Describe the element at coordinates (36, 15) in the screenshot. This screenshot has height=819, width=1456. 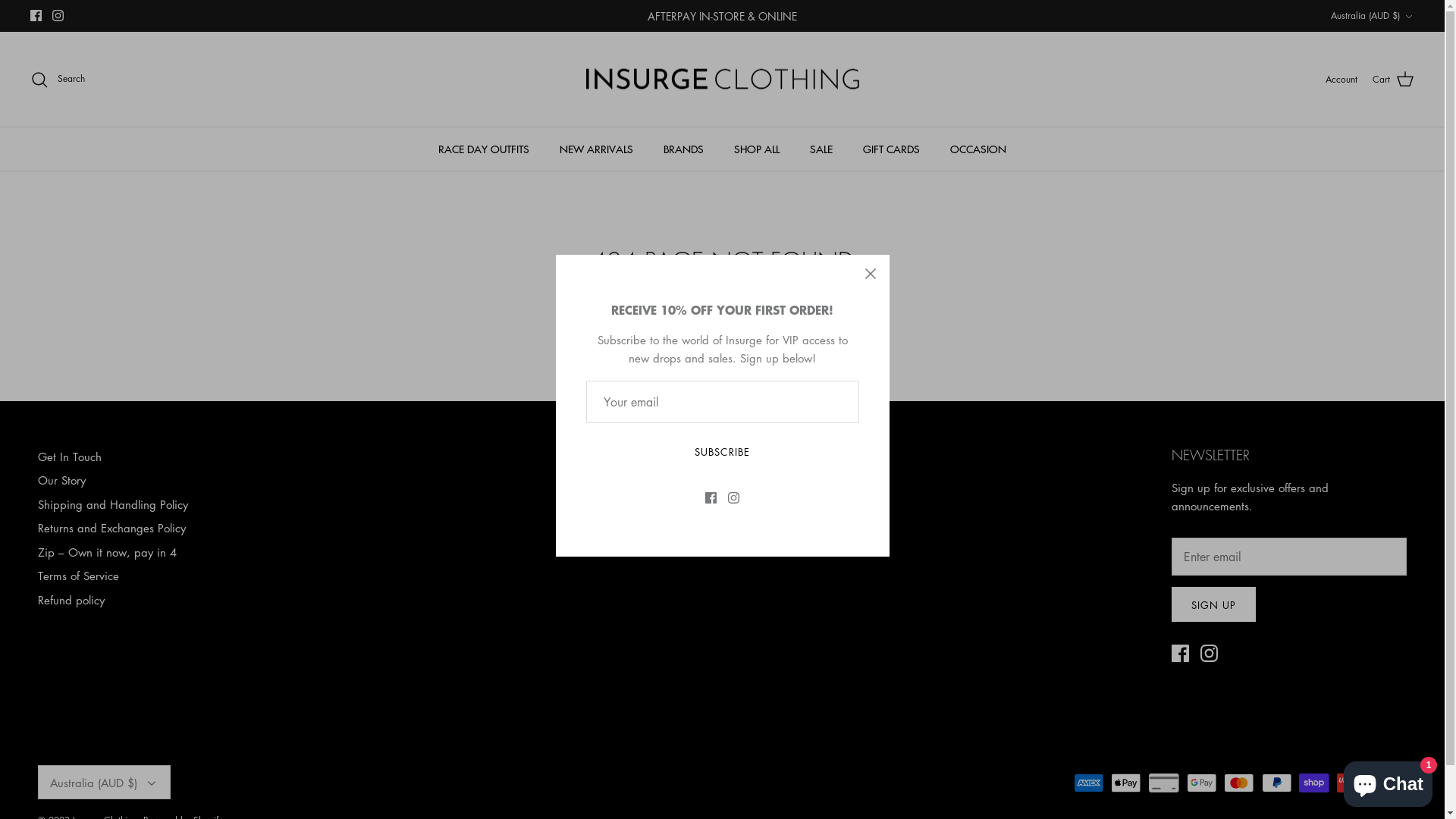
I see `'Facebook'` at that location.